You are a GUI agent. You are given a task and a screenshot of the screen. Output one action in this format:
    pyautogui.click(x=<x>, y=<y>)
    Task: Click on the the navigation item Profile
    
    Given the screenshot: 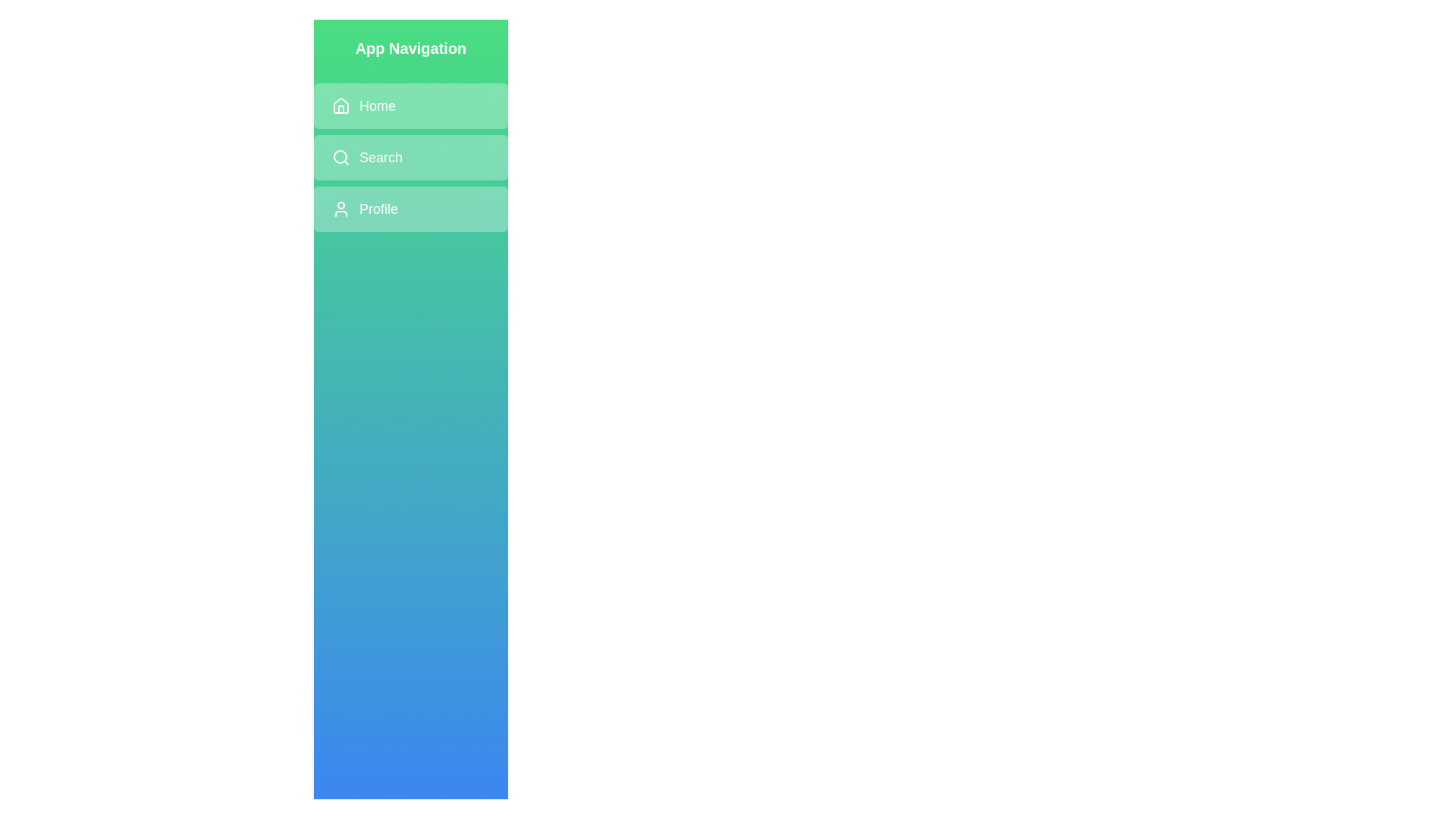 What is the action you would take?
    pyautogui.click(x=411, y=209)
    